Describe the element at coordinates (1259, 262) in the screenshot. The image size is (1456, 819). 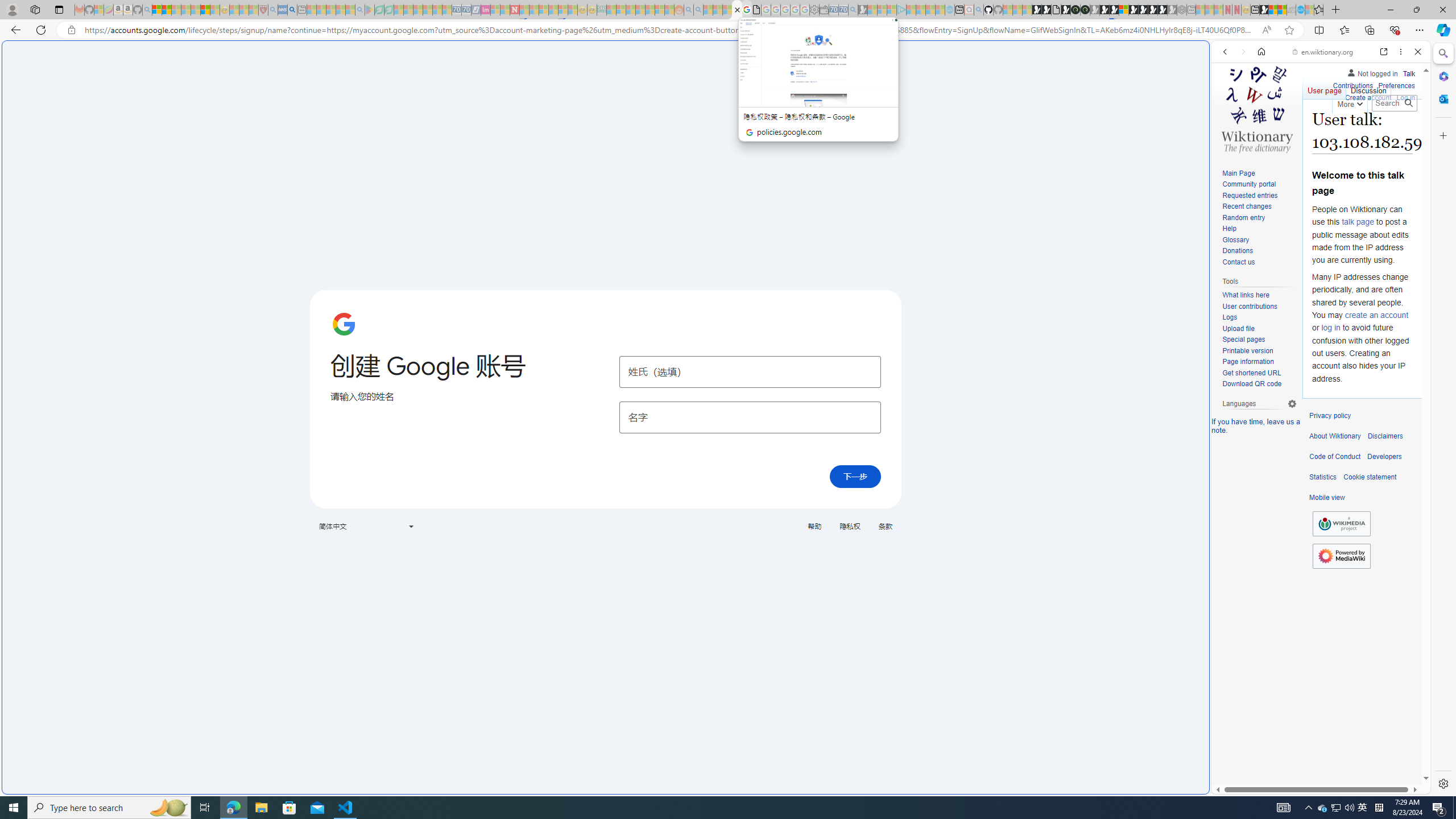
I see `'Contact us'` at that location.